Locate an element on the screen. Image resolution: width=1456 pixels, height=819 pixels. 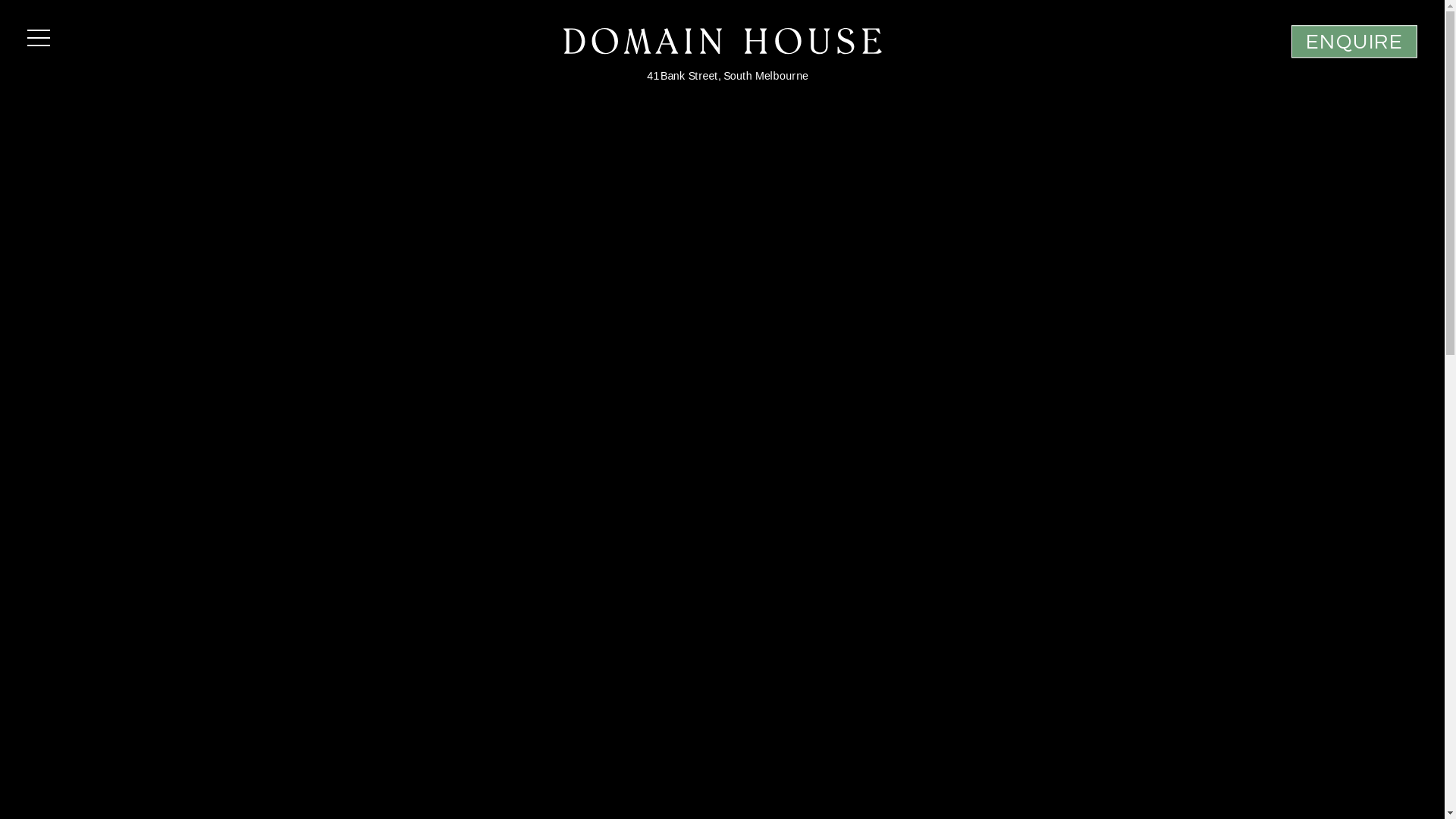
'ENQUIRE' is located at coordinates (1354, 40).